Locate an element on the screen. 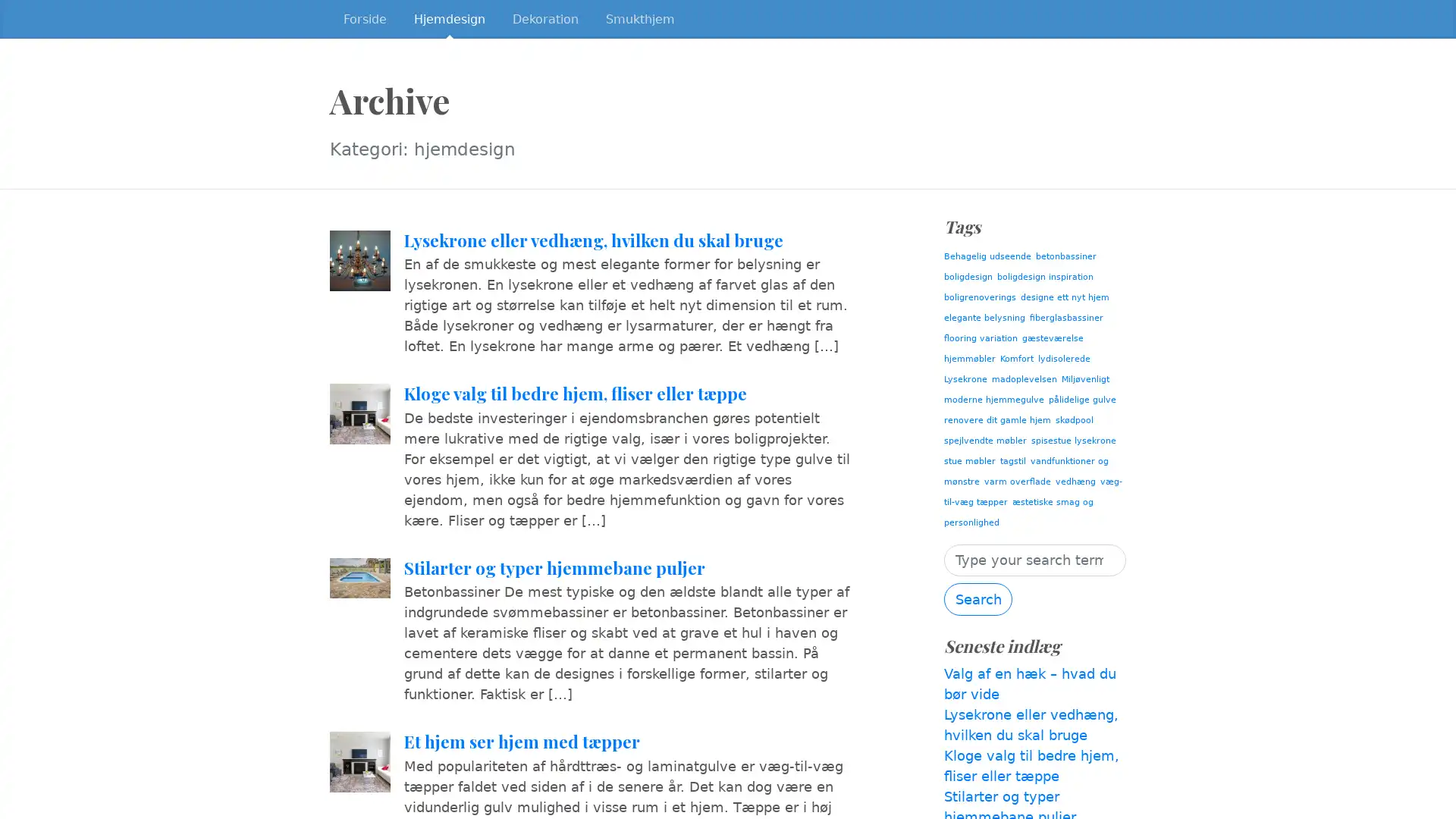 This screenshot has height=819, width=1456. Search is located at coordinates (978, 598).